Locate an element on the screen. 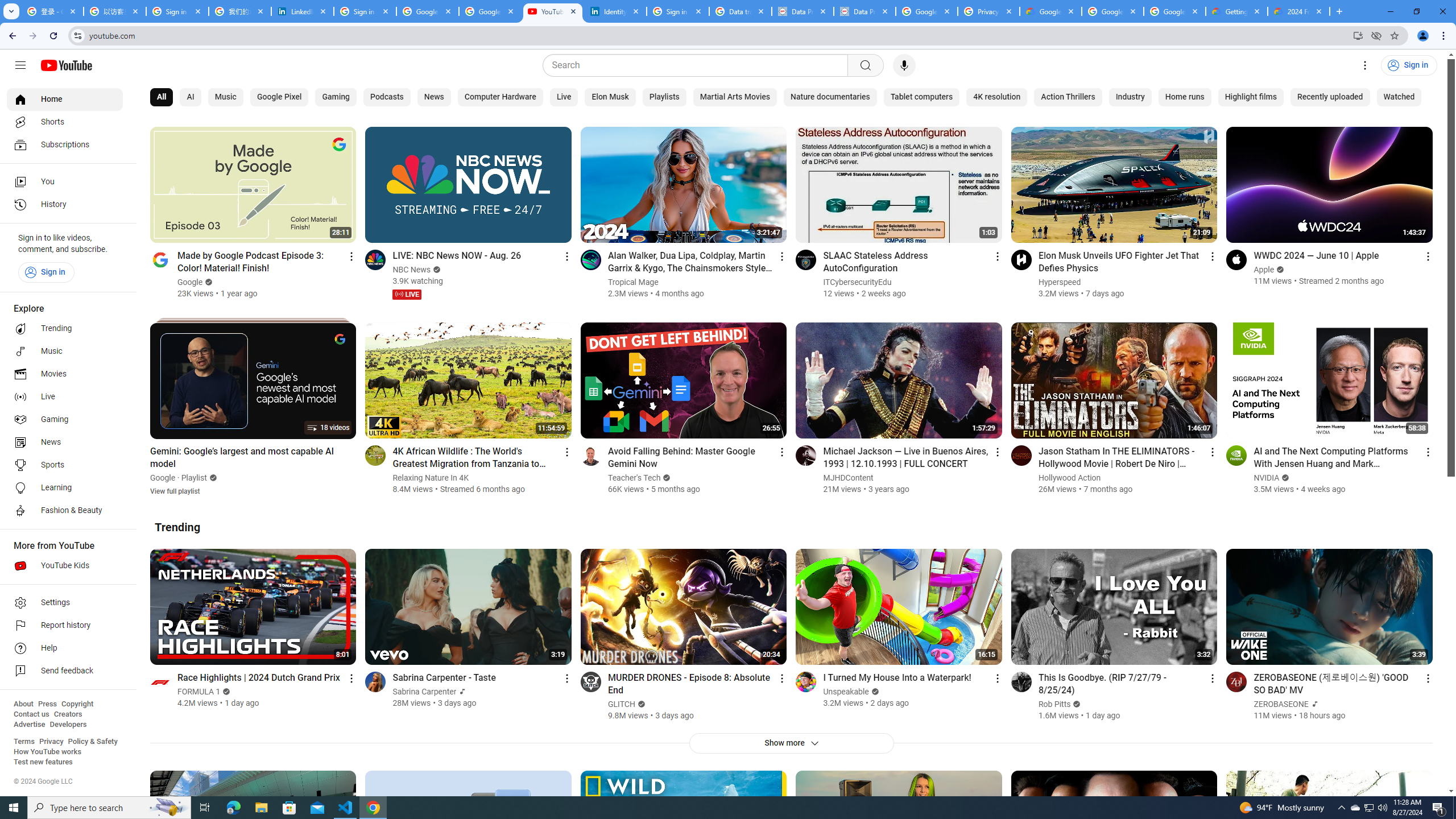  'YouTube Home' is located at coordinates (65, 65).